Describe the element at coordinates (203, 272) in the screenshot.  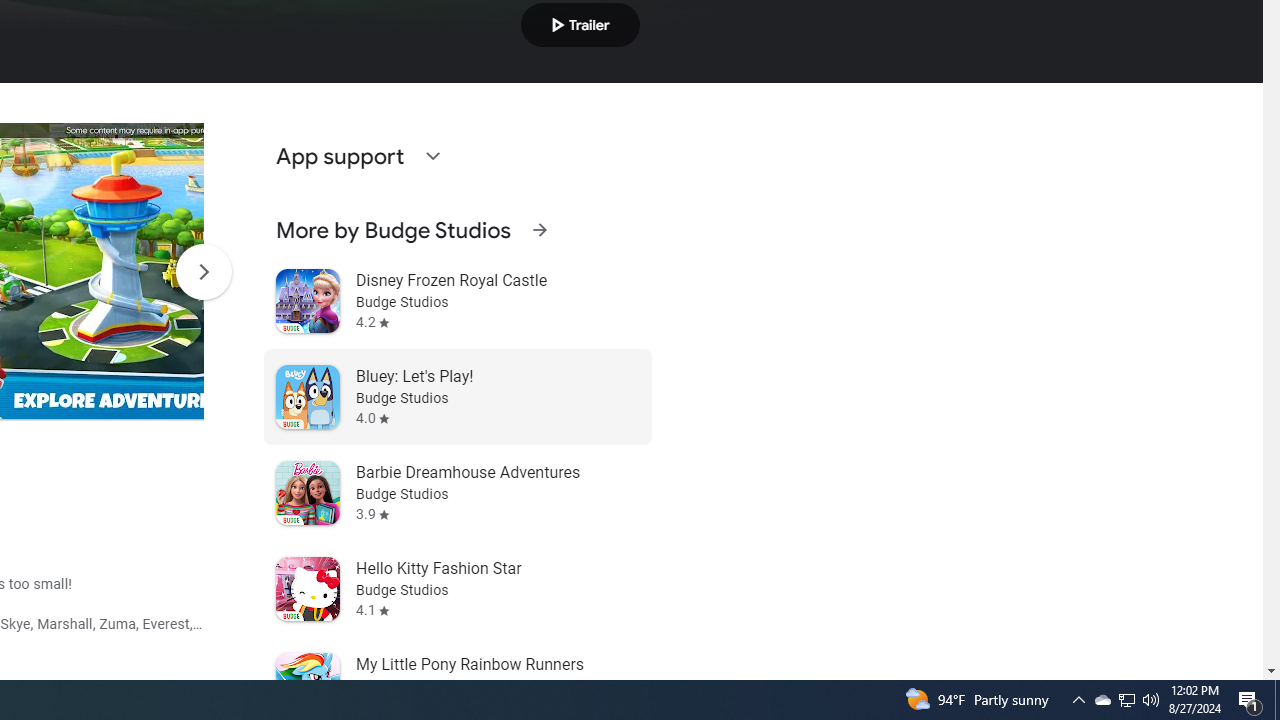
I see `'Scroll Next'` at that location.